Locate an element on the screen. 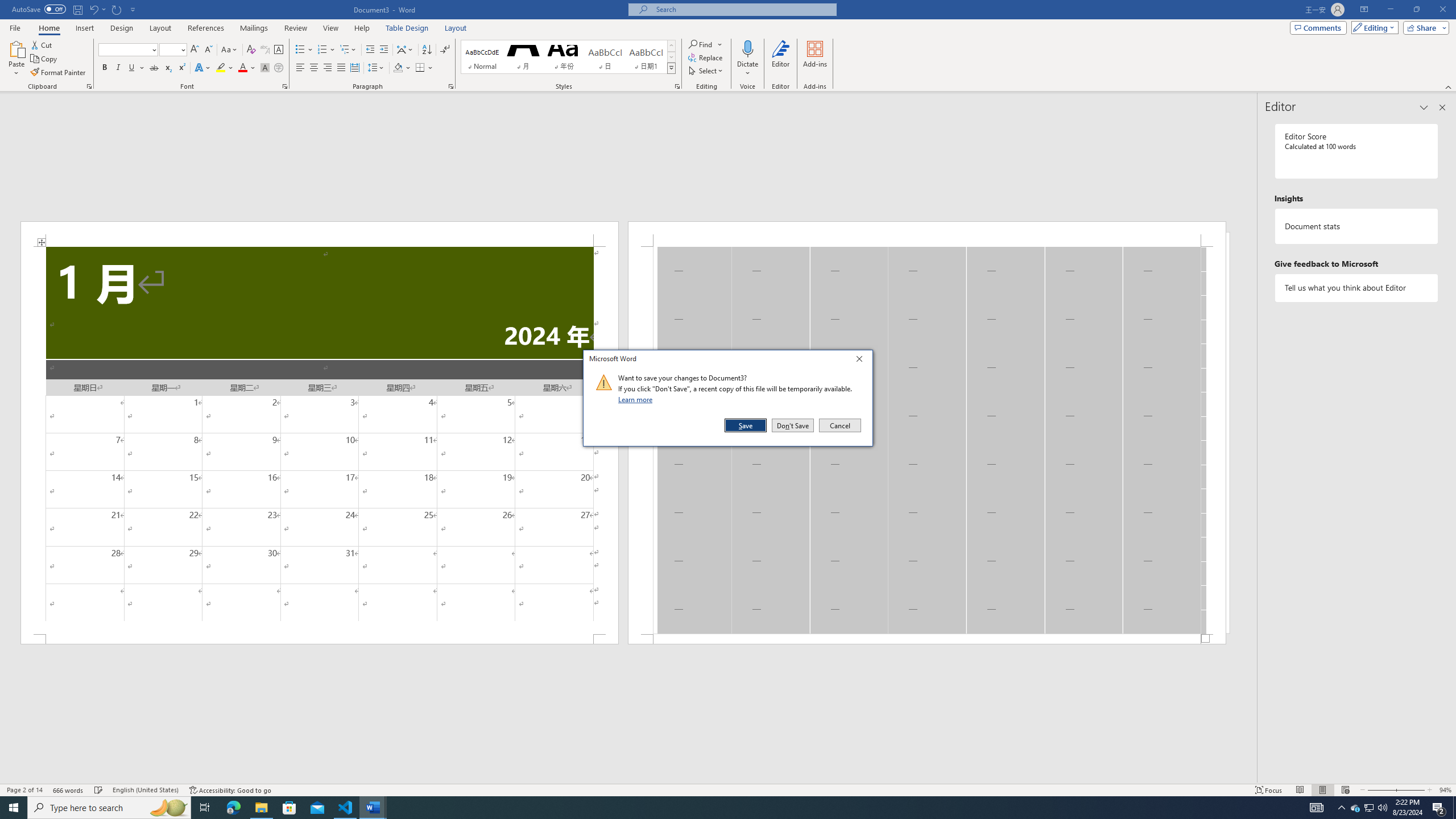 The width and height of the screenshot is (1456, 819). 'Text Highlight Color Yellow' is located at coordinates (220, 67).